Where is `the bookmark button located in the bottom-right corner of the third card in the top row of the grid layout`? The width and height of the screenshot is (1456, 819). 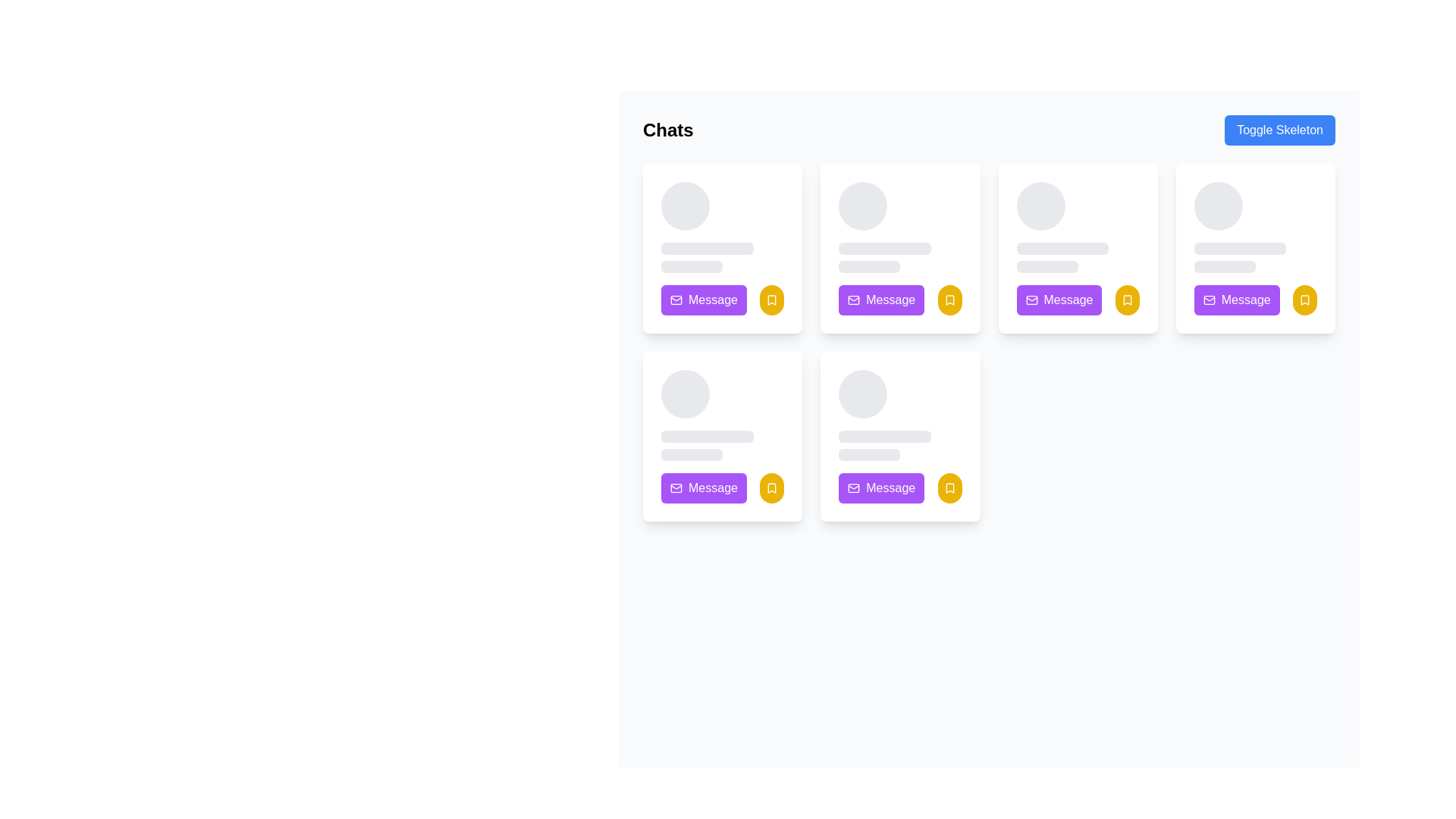 the bookmark button located in the bottom-right corner of the third card in the top row of the grid layout is located at coordinates (1127, 300).